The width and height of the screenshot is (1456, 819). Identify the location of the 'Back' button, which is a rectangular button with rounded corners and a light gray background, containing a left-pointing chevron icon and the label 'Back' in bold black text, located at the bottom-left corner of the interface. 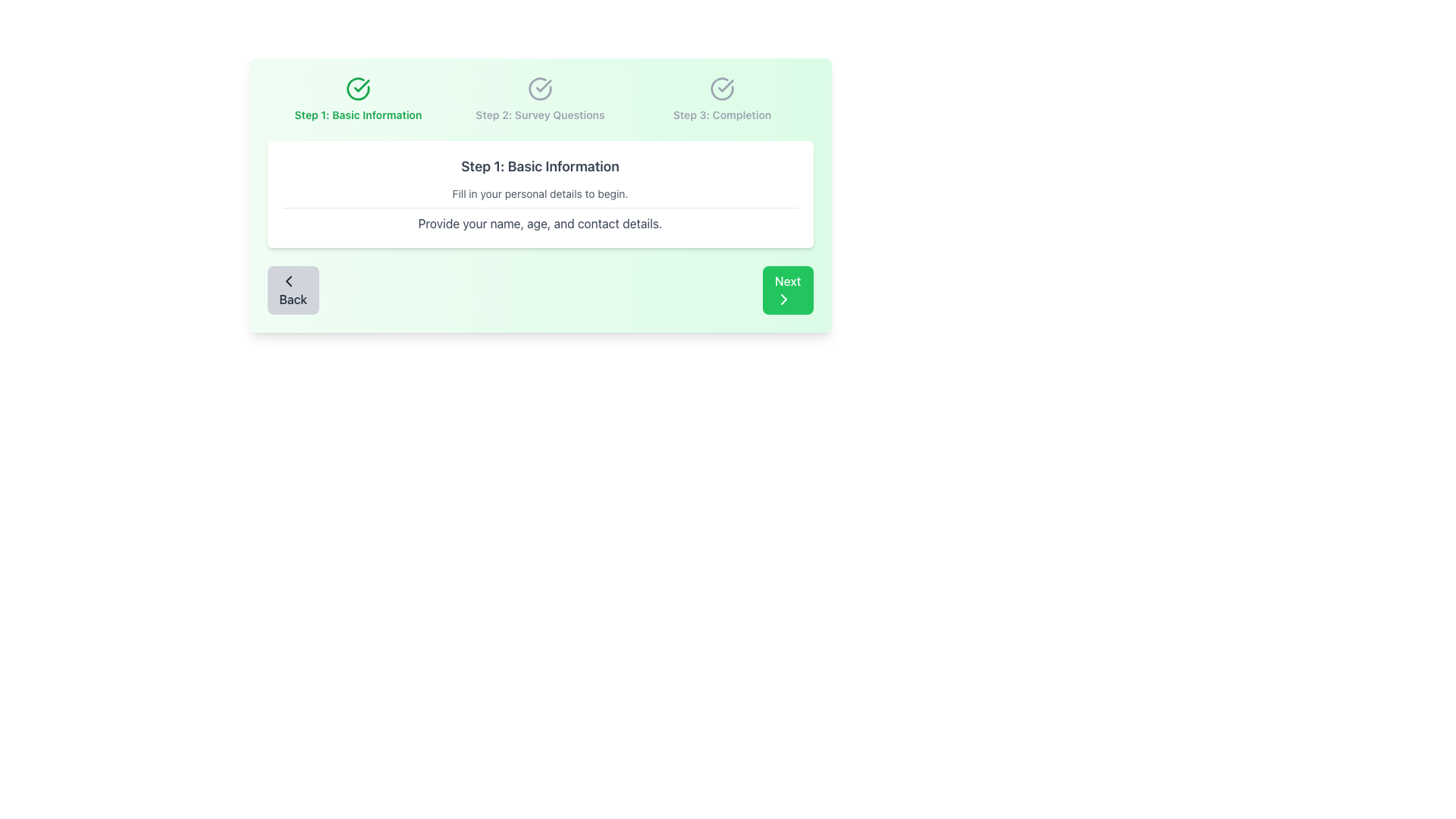
(293, 290).